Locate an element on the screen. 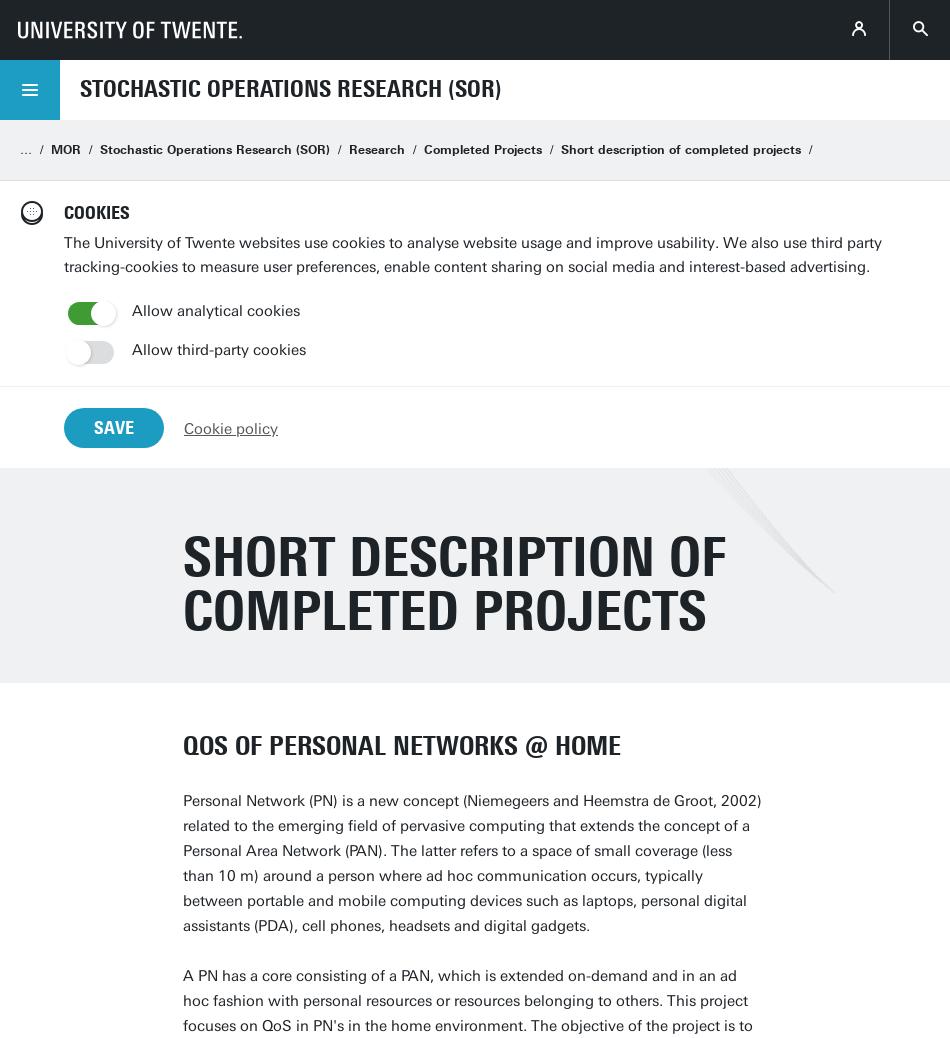 This screenshot has height=1038, width=950. 'Cookie policy' is located at coordinates (231, 429).